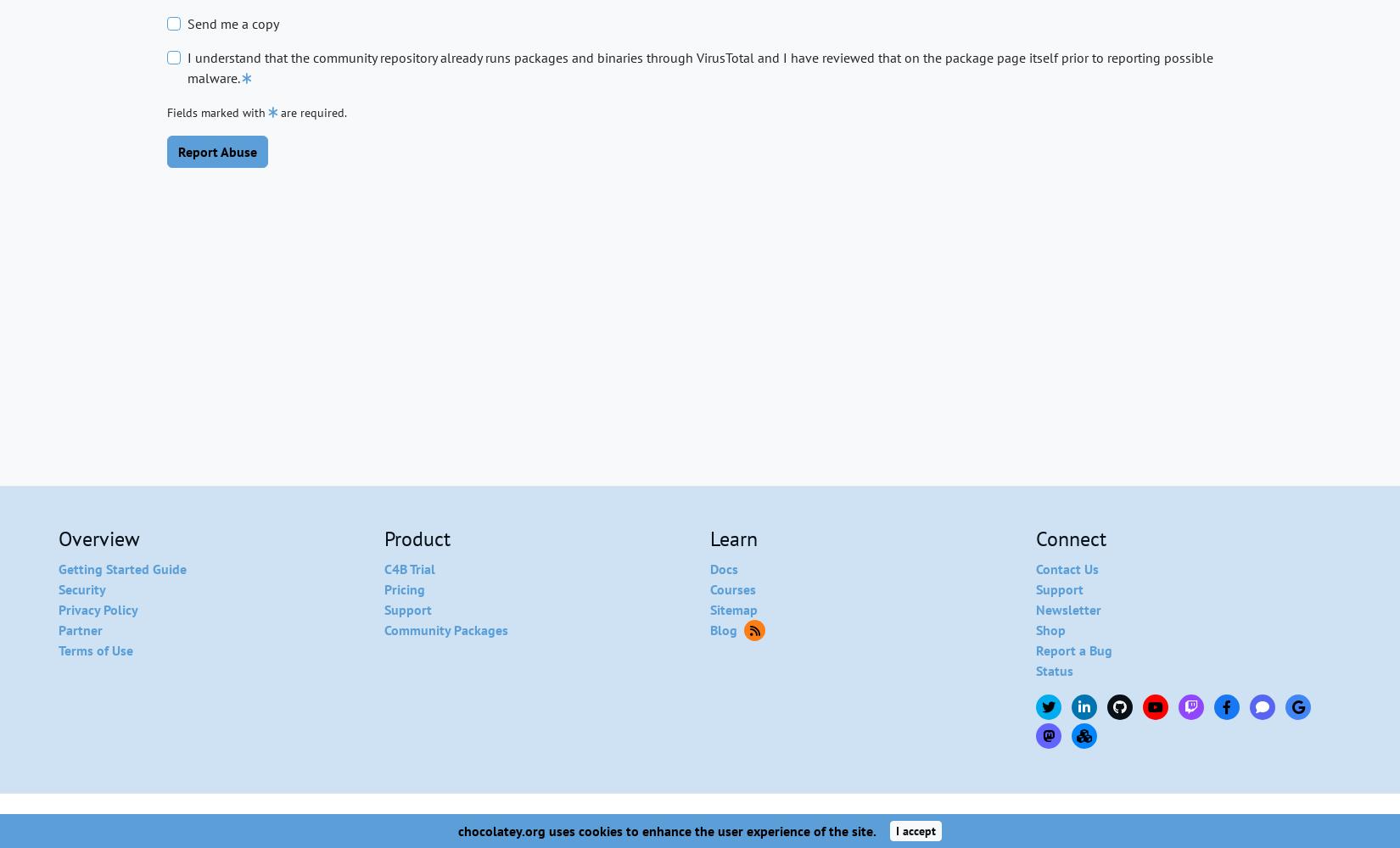 The width and height of the screenshot is (1400, 848). I want to click on 'Shop', so click(1050, 629).